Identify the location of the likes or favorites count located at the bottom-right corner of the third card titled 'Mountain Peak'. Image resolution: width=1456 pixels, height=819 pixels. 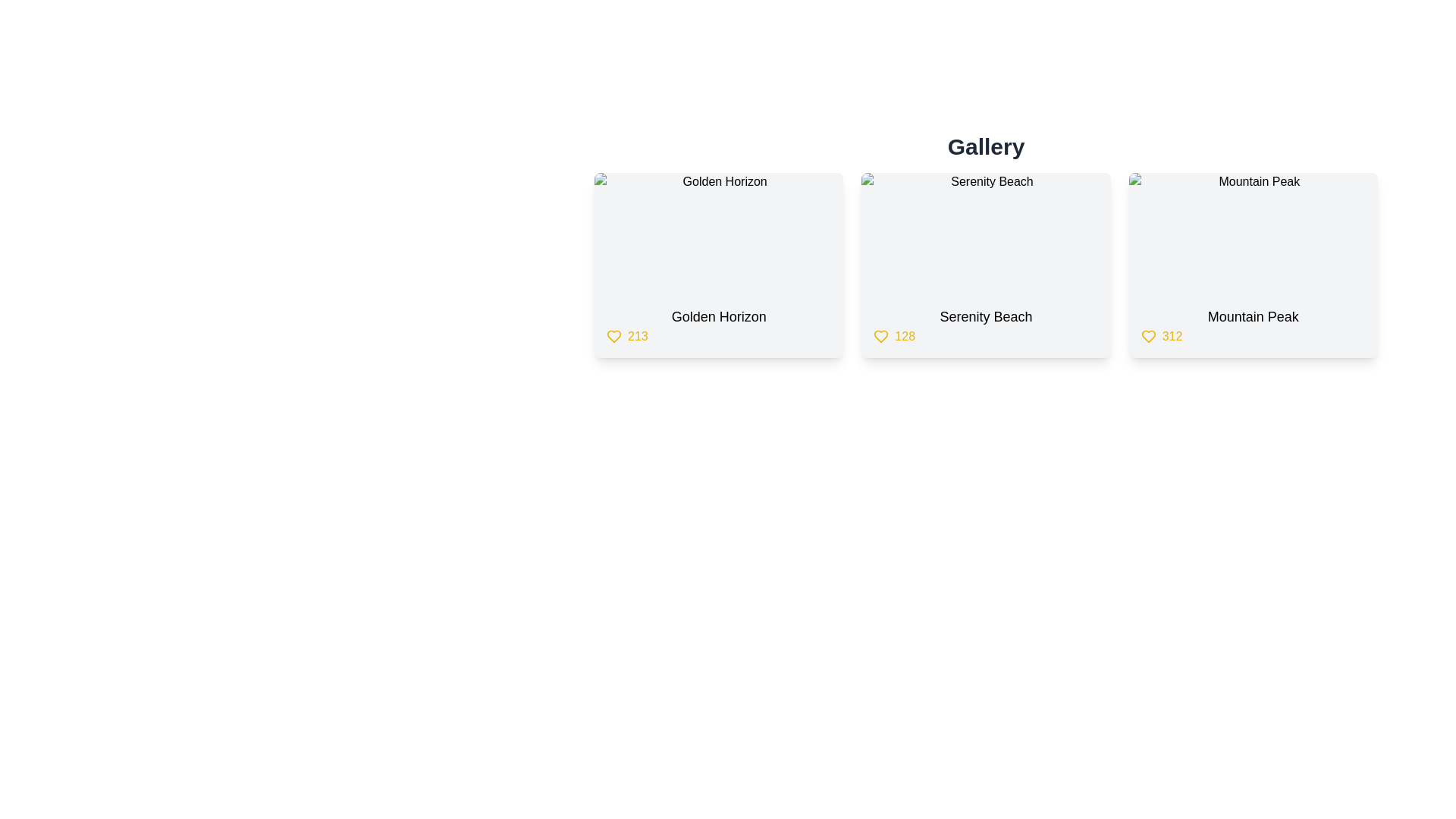
(1253, 335).